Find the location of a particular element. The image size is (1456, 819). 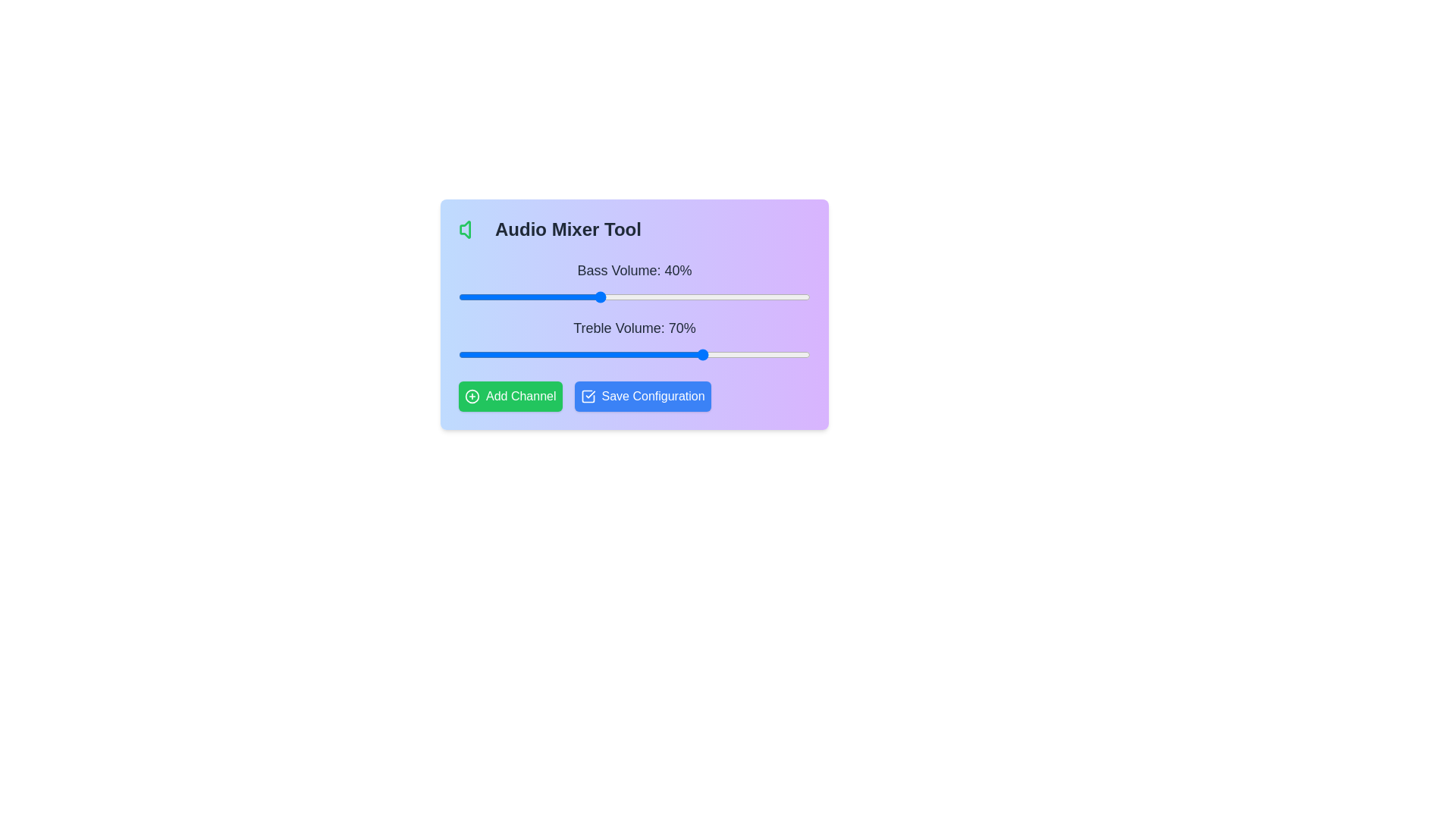

the slider is located at coordinates (655, 297).